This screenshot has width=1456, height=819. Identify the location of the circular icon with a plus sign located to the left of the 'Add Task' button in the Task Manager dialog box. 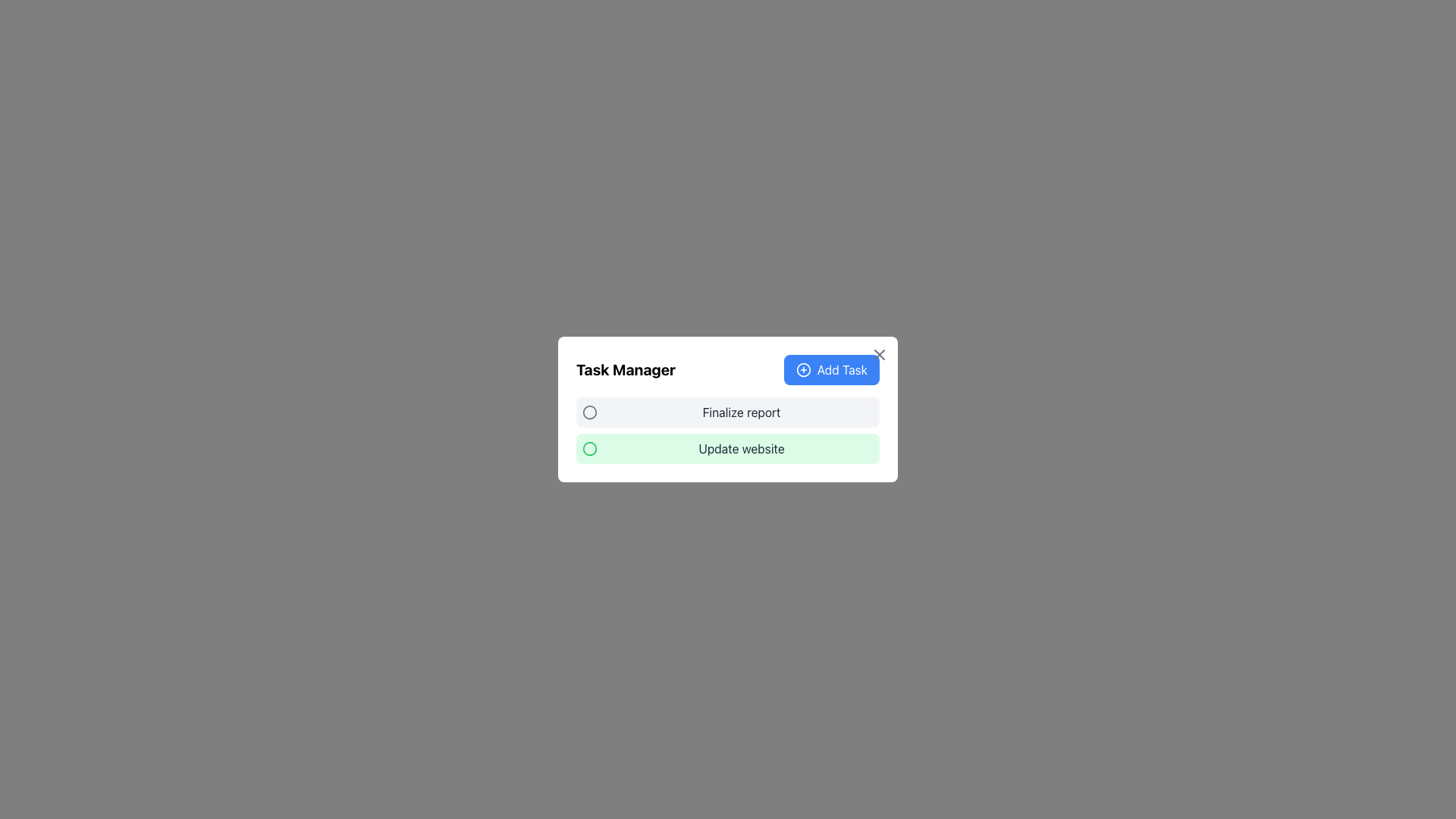
(802, 370).